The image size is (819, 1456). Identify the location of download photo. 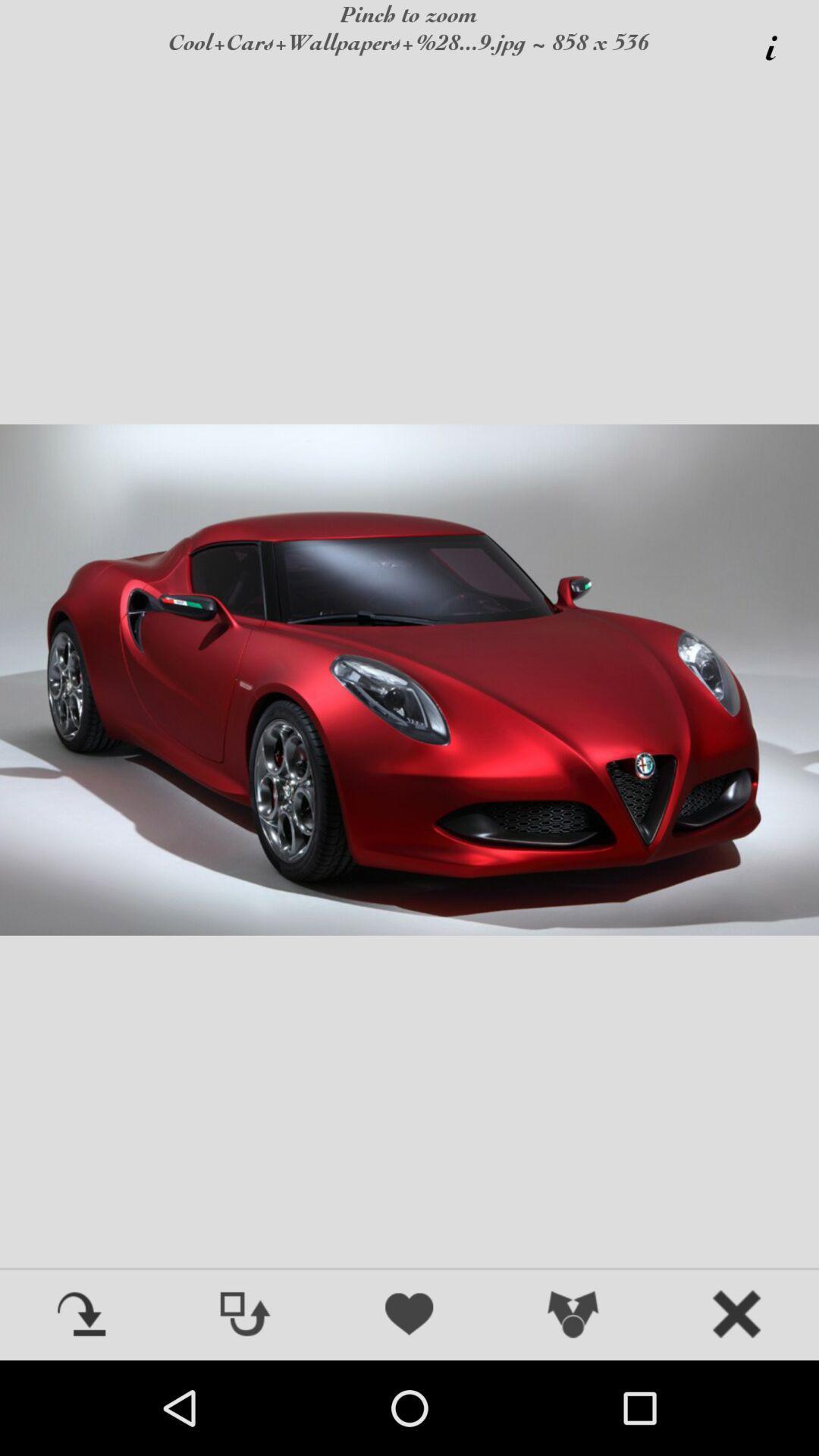
(82, 1315).